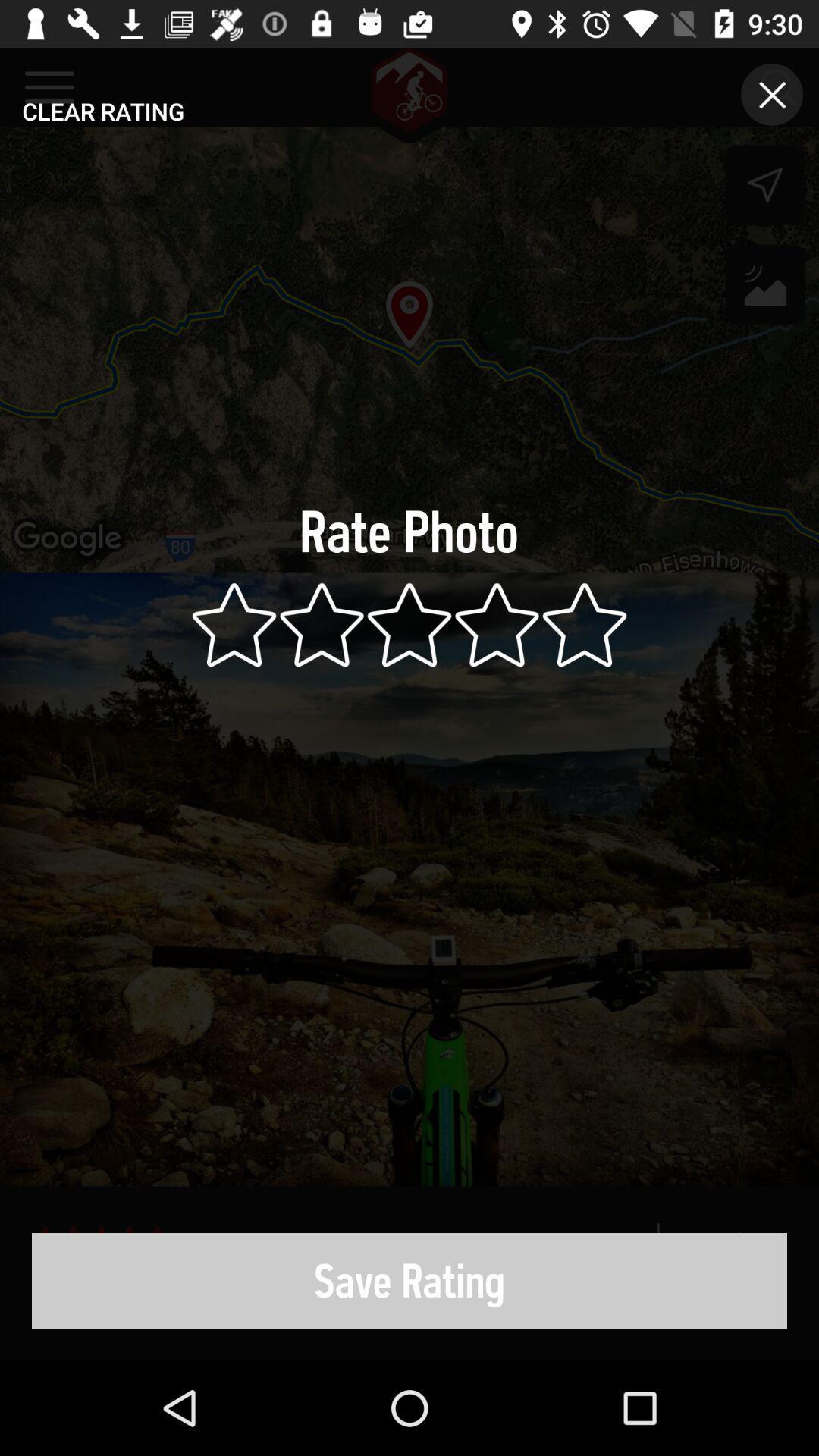  Describe the element at coordinates (765, 288) in the screenshot. I see `the edit icon` at that location.